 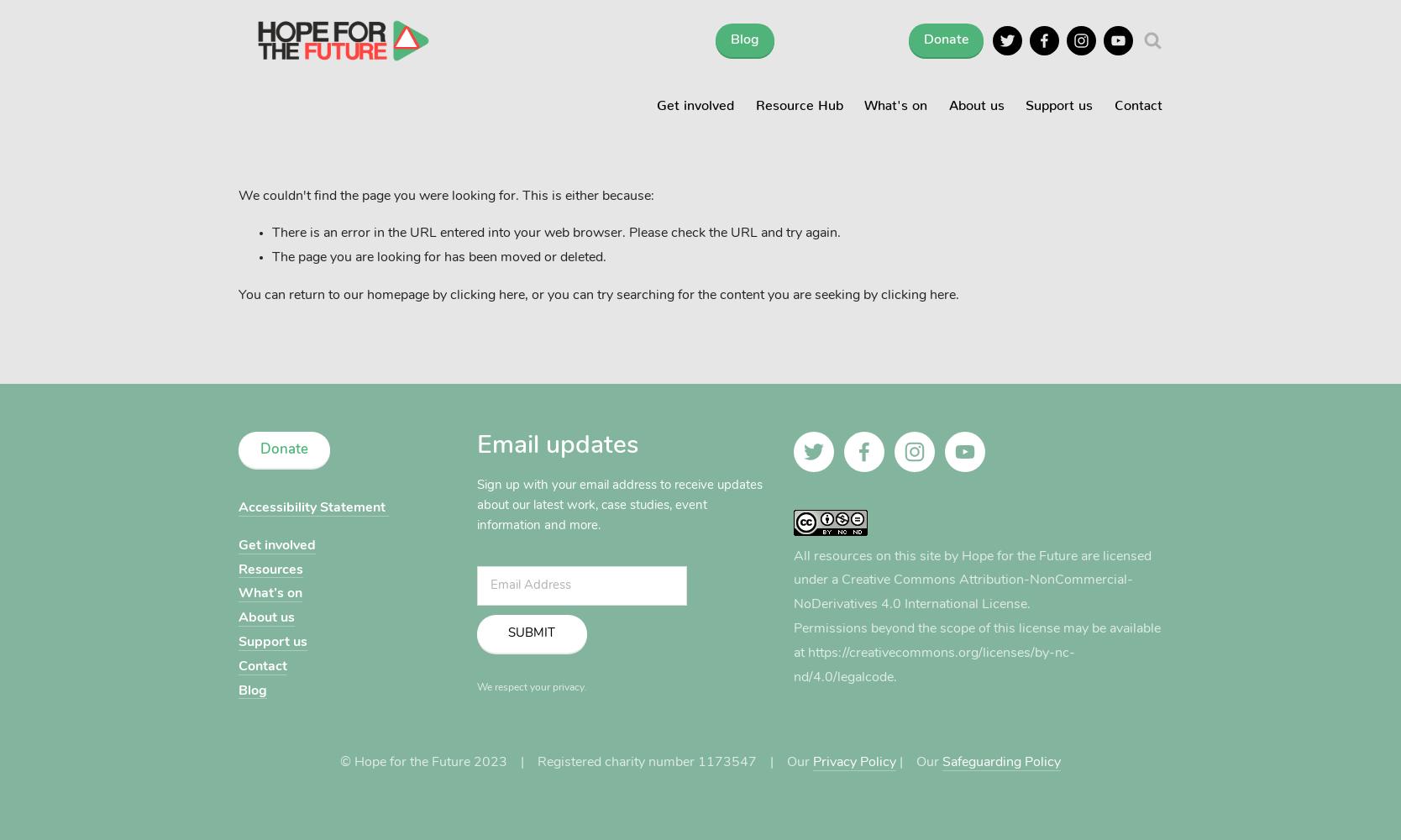 What do you see at coordinates (475, 686) in the screenshot?
I see `'We respect your privacy.'` at bounding box center [475, 686].